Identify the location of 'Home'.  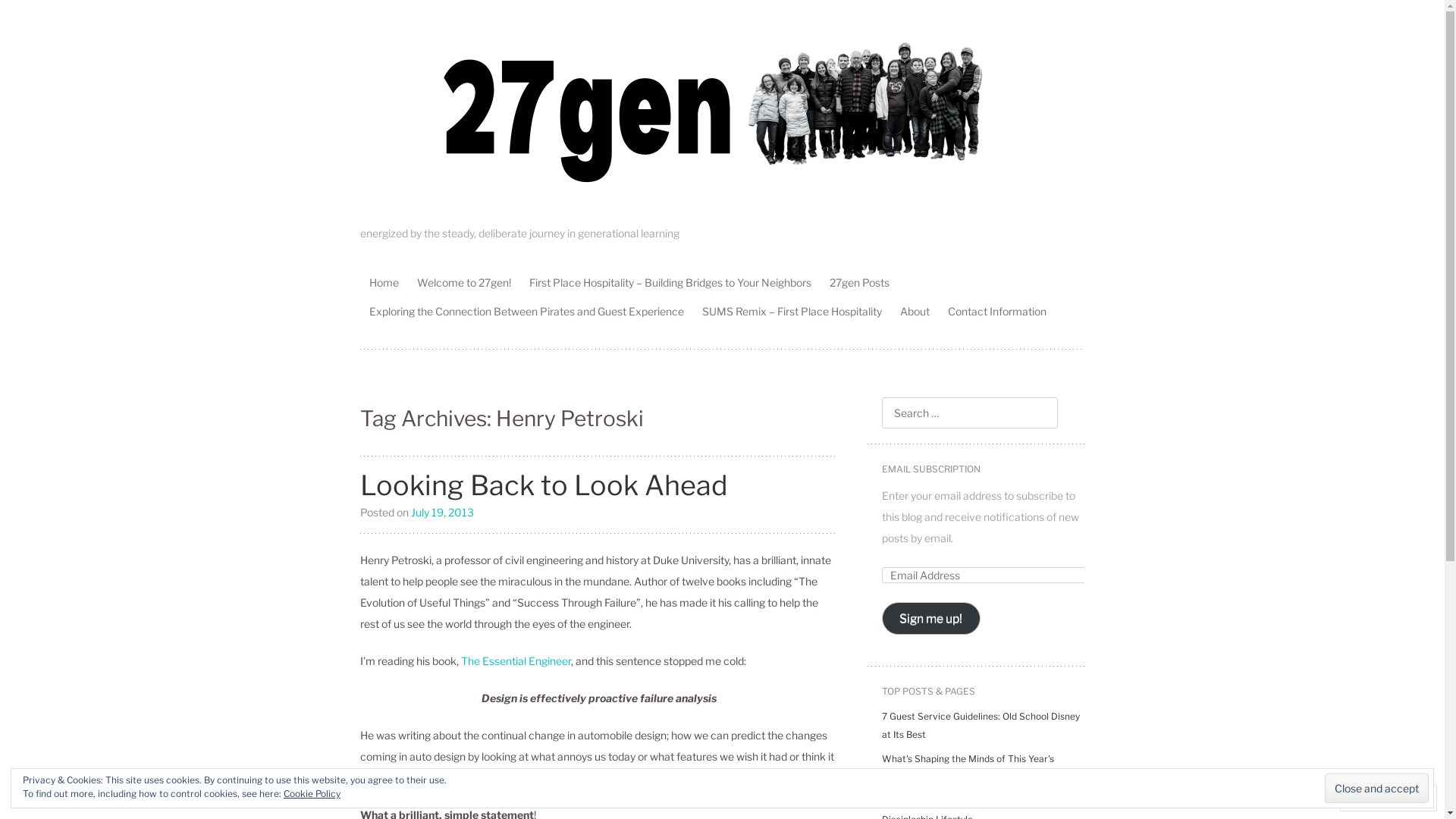
(384, 281).